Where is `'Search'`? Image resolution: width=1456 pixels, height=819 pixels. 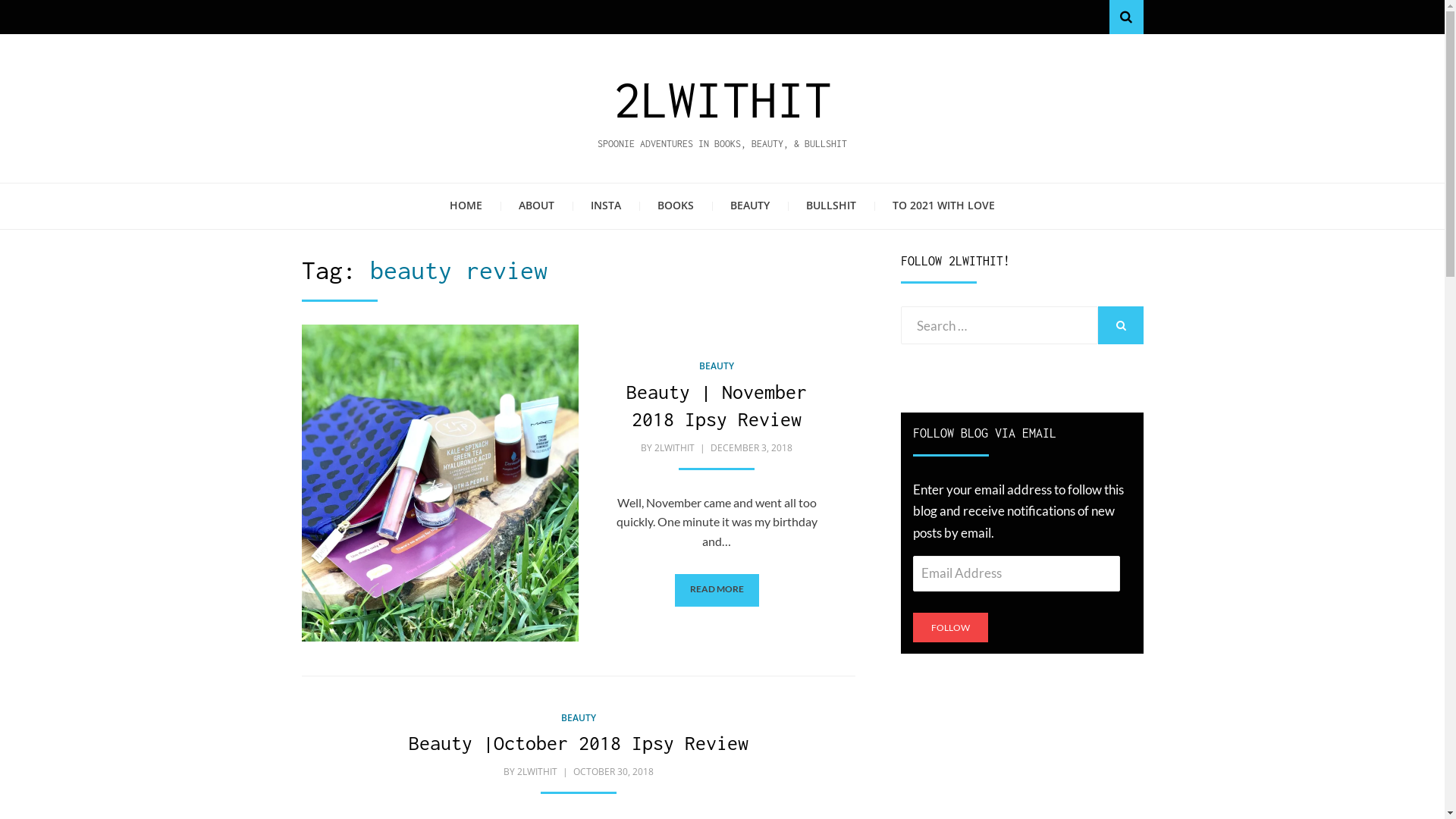 'Search' is located at coordinates (1125, 17).